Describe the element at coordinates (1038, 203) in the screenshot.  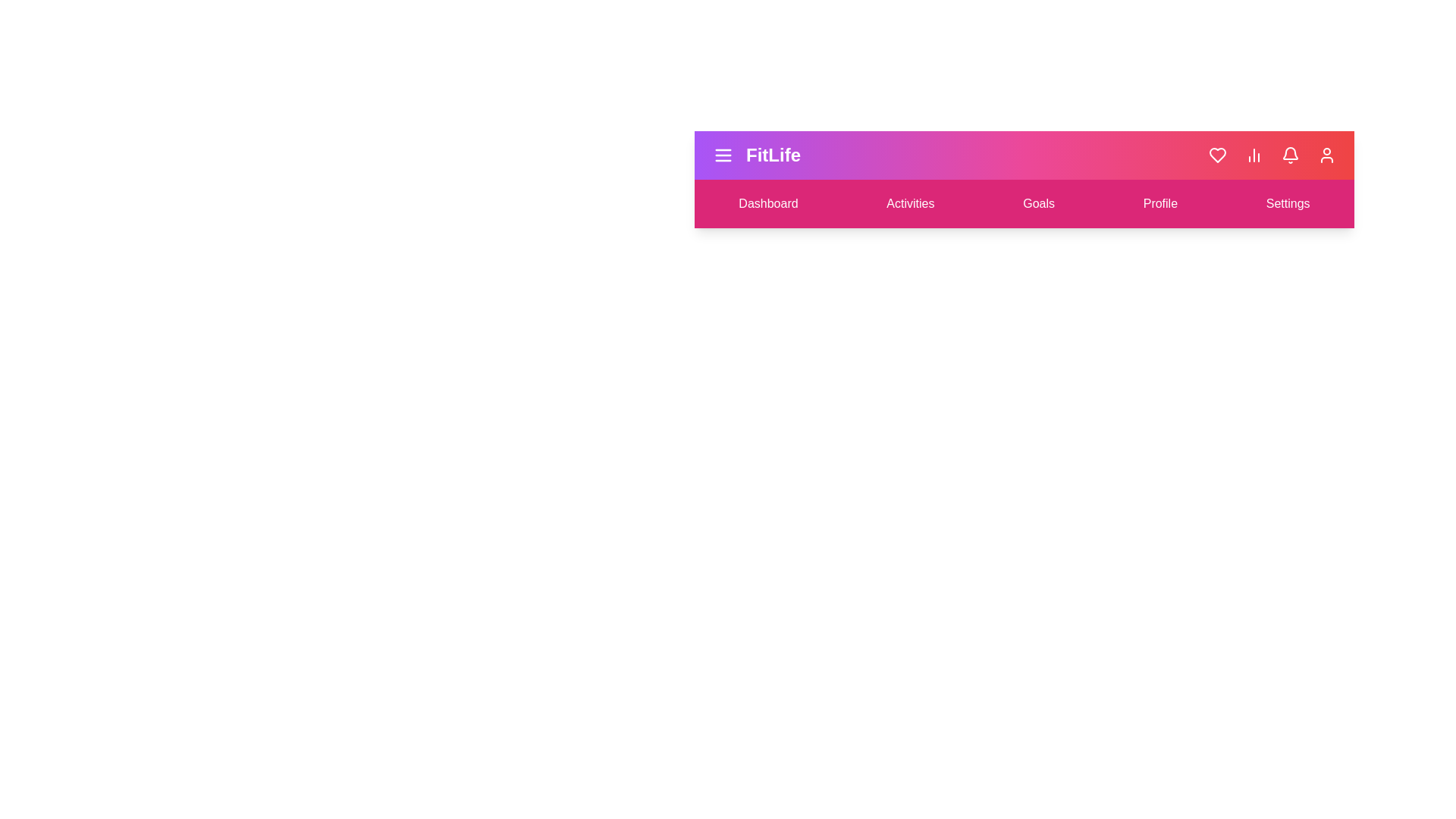
I see `the menu item corresponding to Goals` at that location.